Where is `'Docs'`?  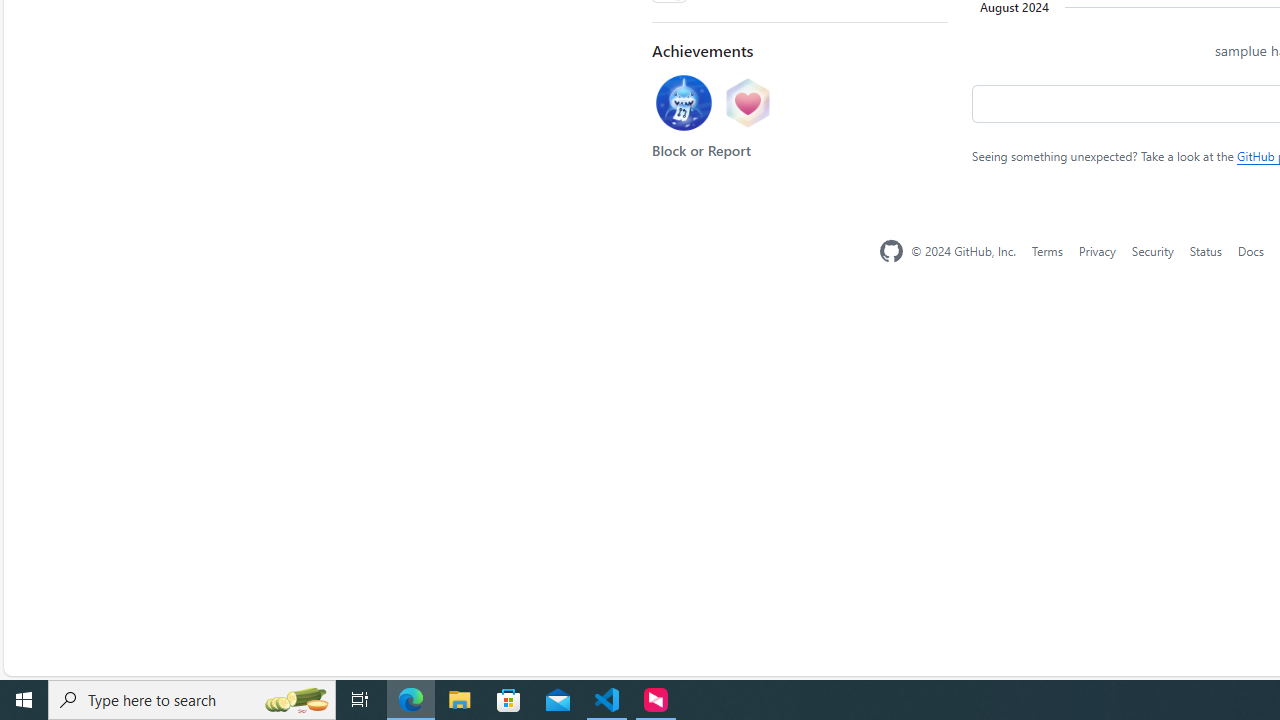
'Docs' is located at coordinates (1249, 250).